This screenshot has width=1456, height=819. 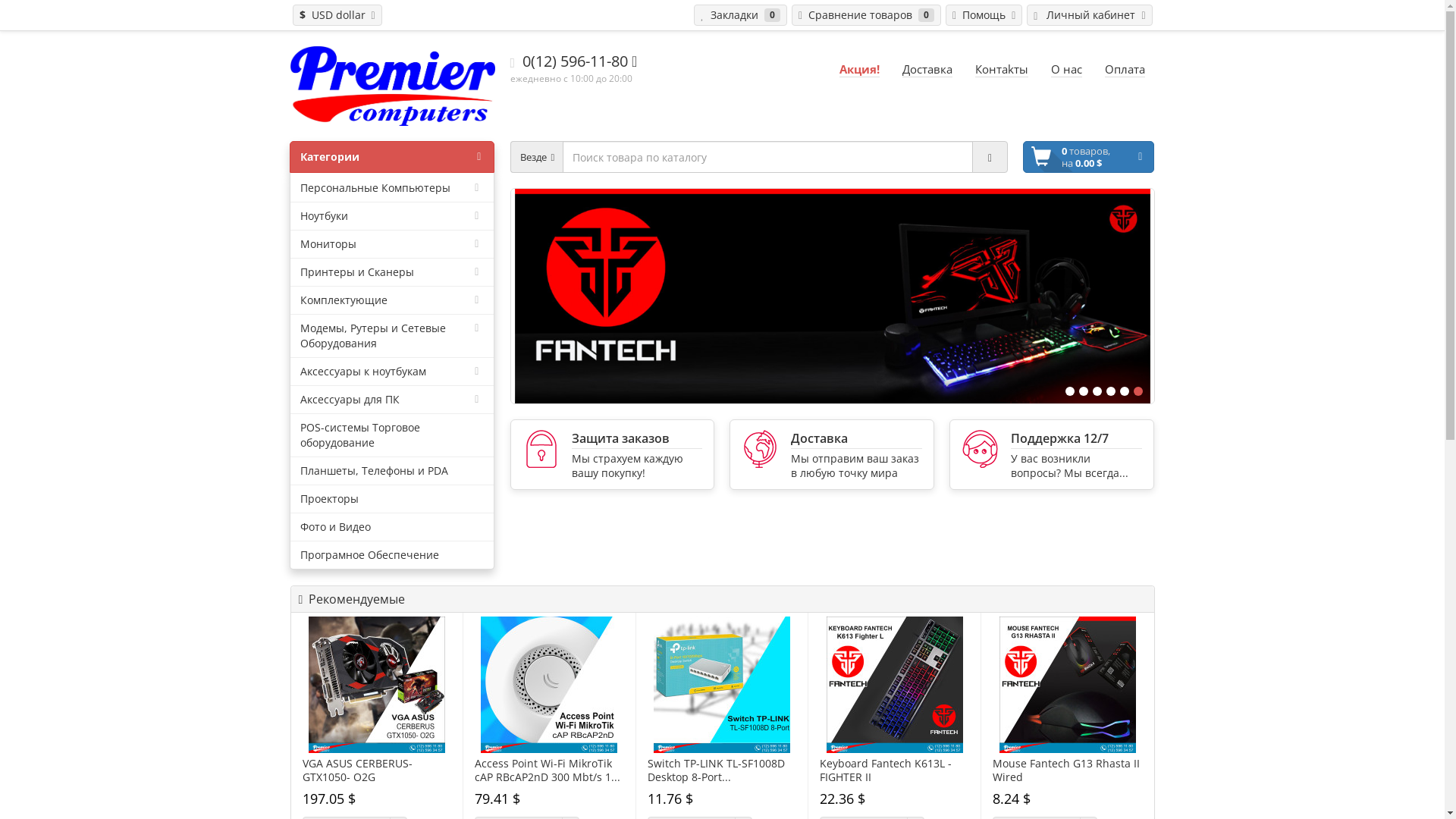 I want to click on 'Access Point Wi-Fi MikroTik cAP RBcAP2nD 300 Mbt/s 1...', so click(x=548, y=770).